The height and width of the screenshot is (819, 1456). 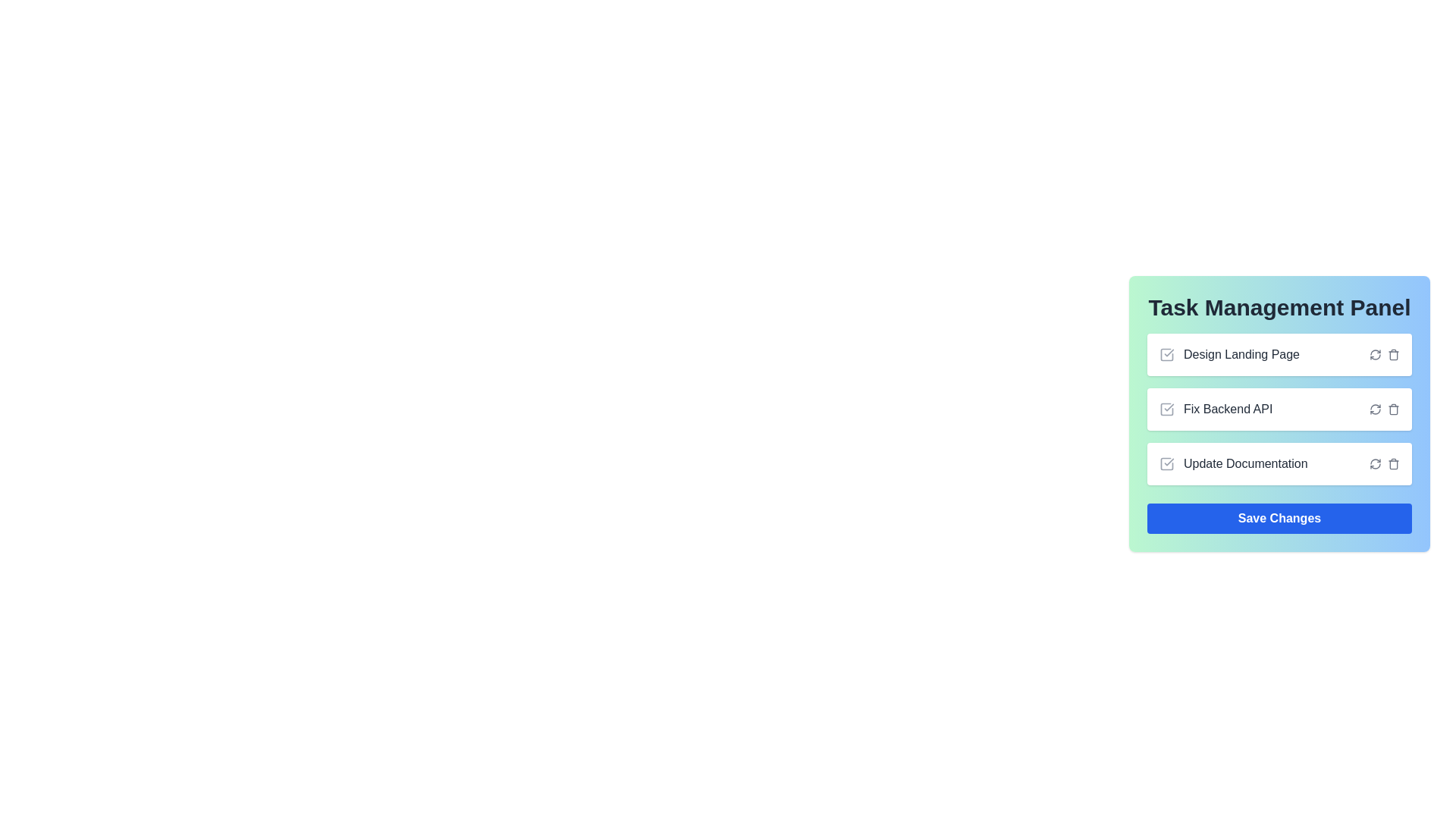 I want to click on the trash bin icon represented by the SVG element, so click(x=1394, y=464).